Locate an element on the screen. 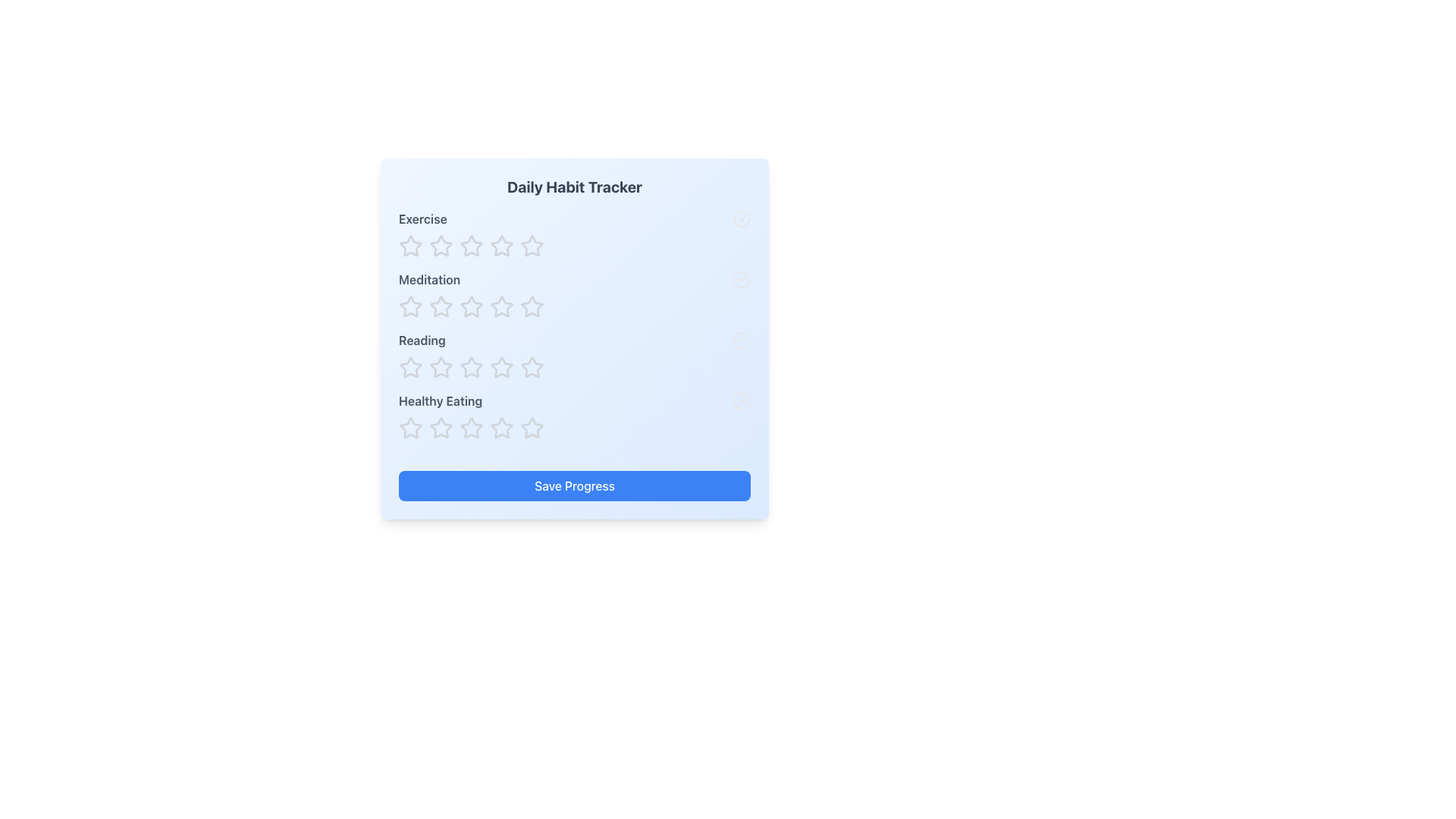 The image size is (1456, 819). the fifth hollow star icon in gray color under the 'Exercise' category in the 'Daily Habit Tracker' UI panel to rate it is located at coordinates (502, 245).